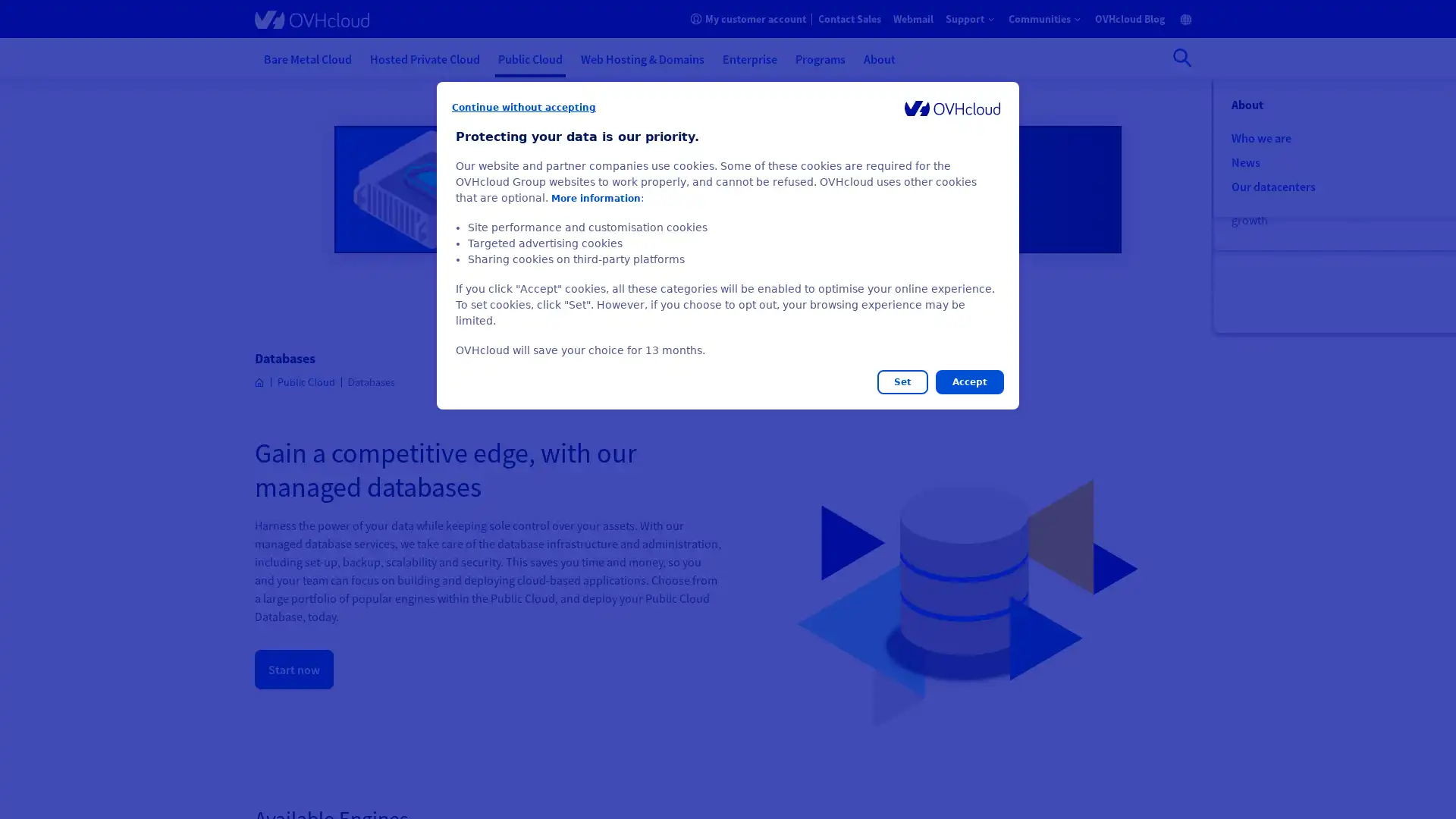 Image resolution: width=1456 pixels, height=819 pixels. What do you see at coordinates (902, 381) in the screenshot?
I see `Set` at bounding box center [902, 381].